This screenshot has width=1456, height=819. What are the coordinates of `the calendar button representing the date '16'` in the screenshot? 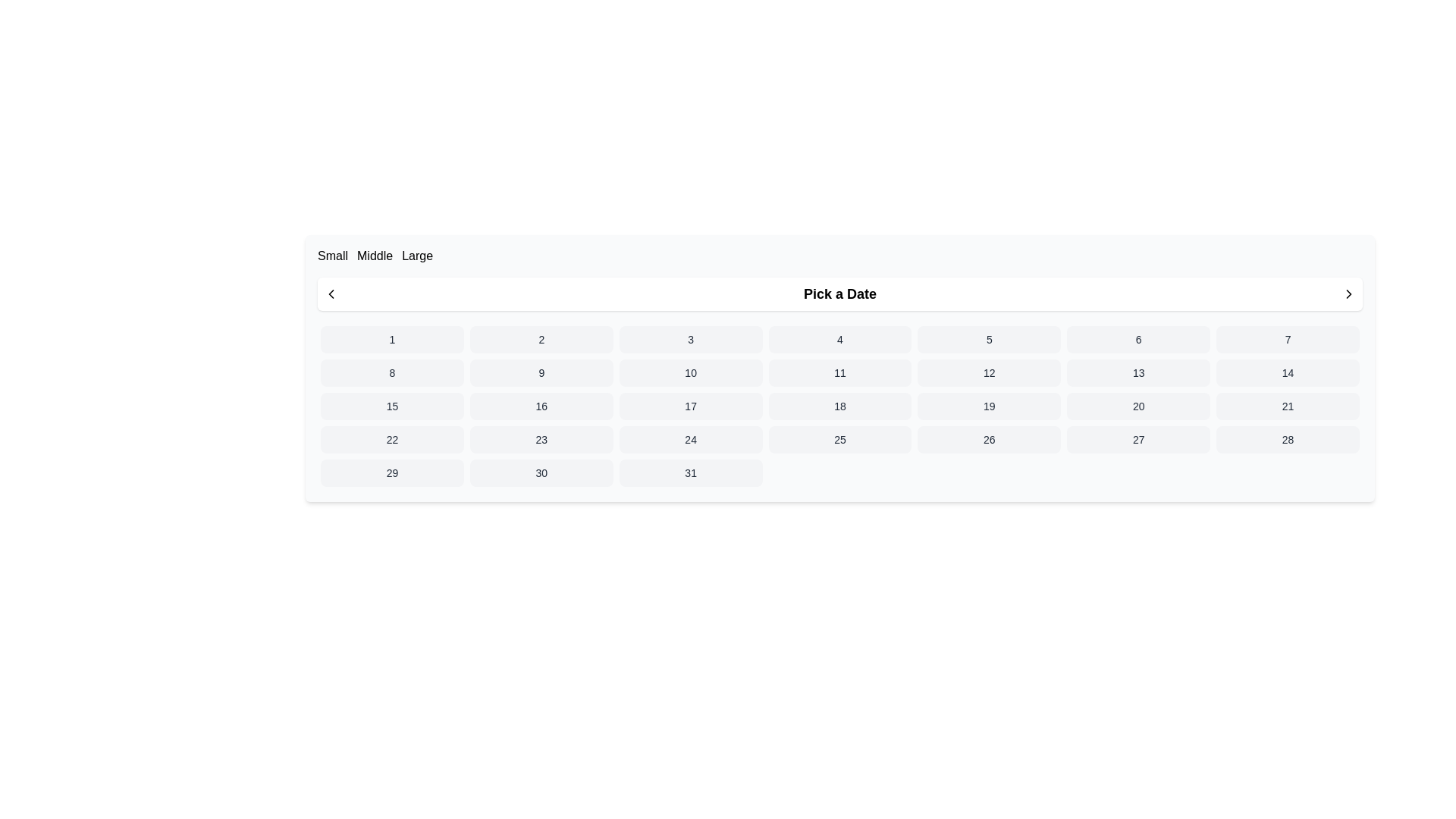 It's located at (541, 406).